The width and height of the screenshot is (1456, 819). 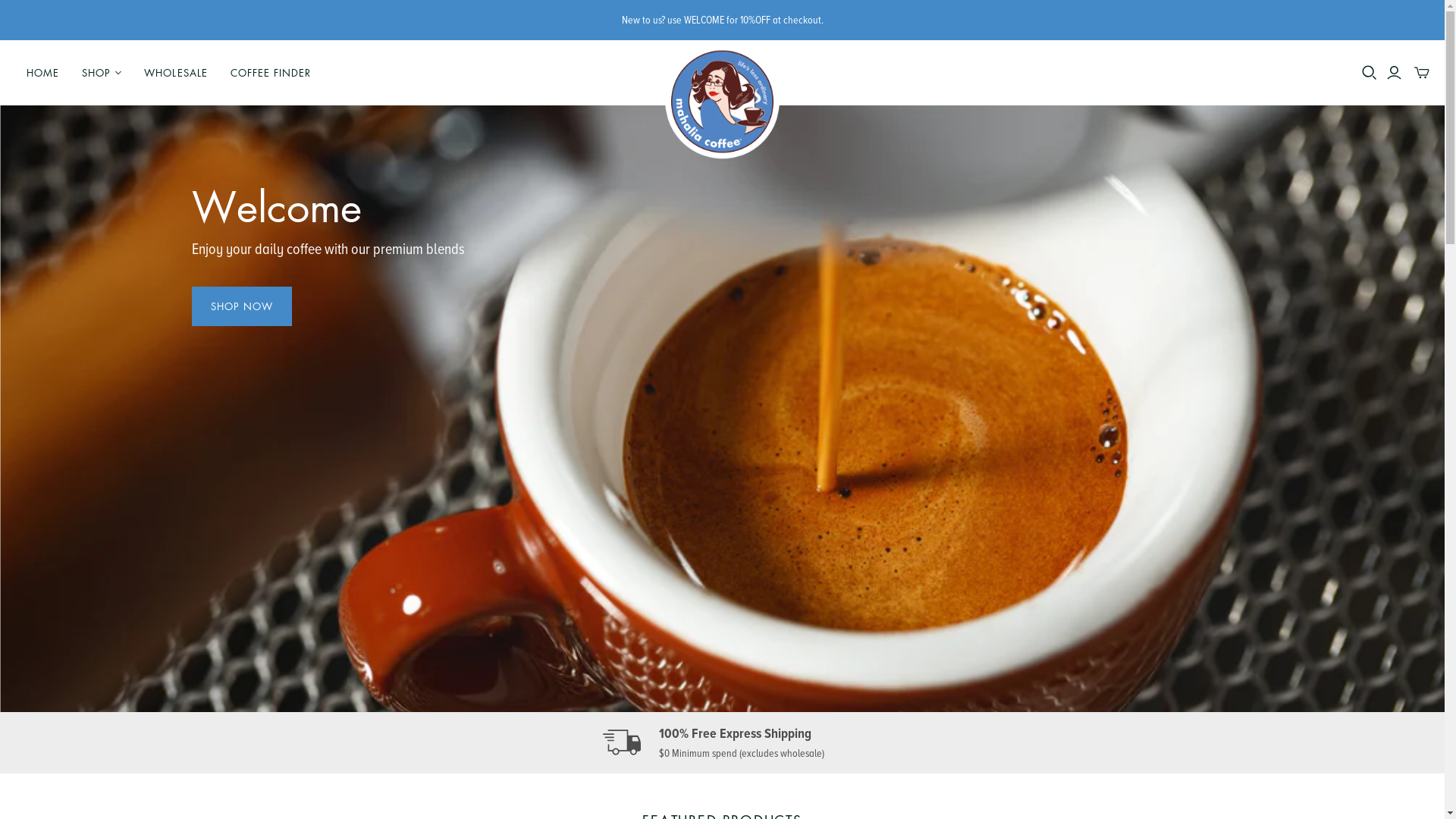 I want to click on 'SHOP', so click(x=69, y=73).